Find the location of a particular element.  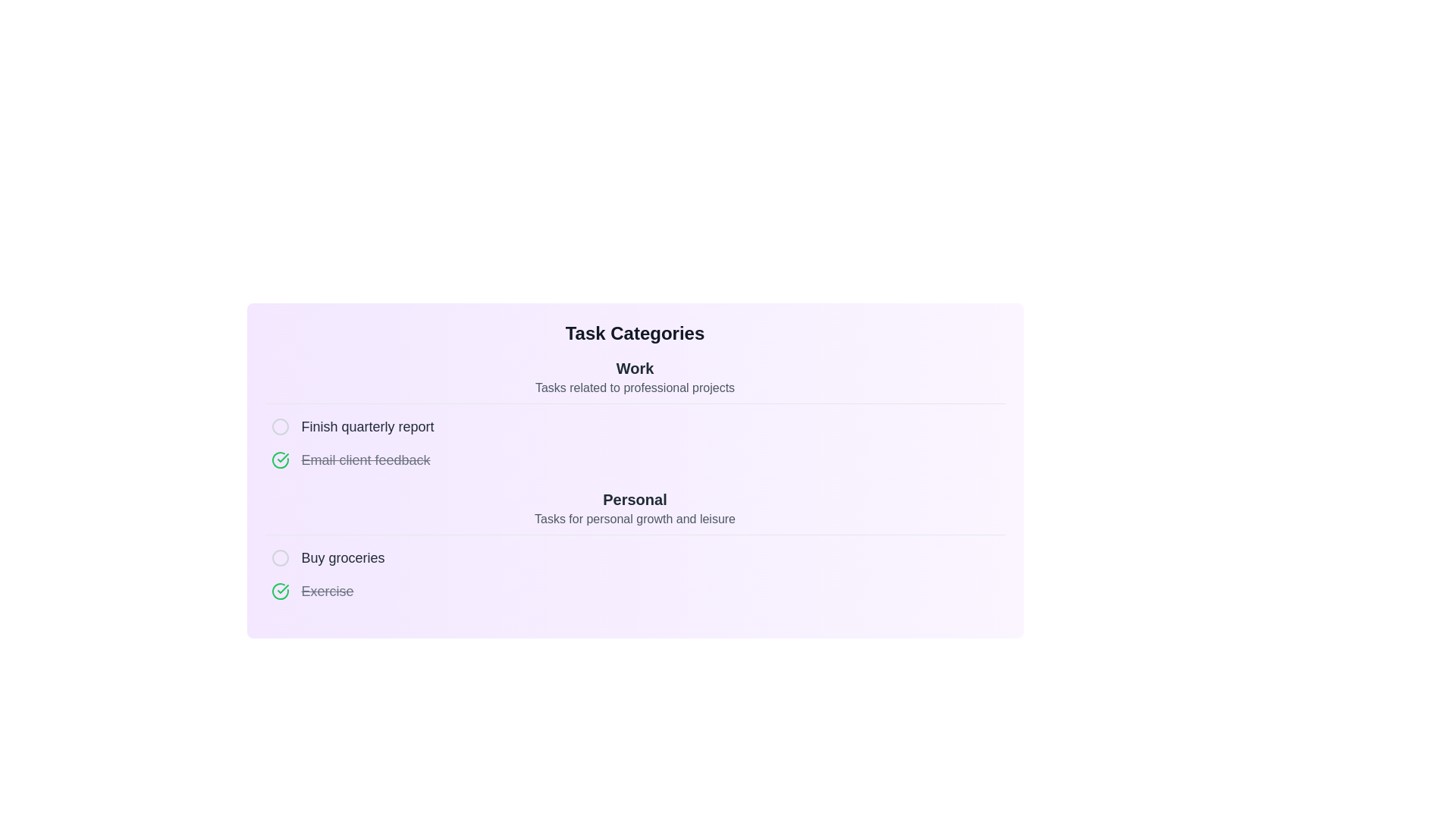

the Section Header labeled 'Personal' which contains the title 'Personal' and subtitle 'Tasks for personal growth and leisure' is located at coordinates (635, 512).